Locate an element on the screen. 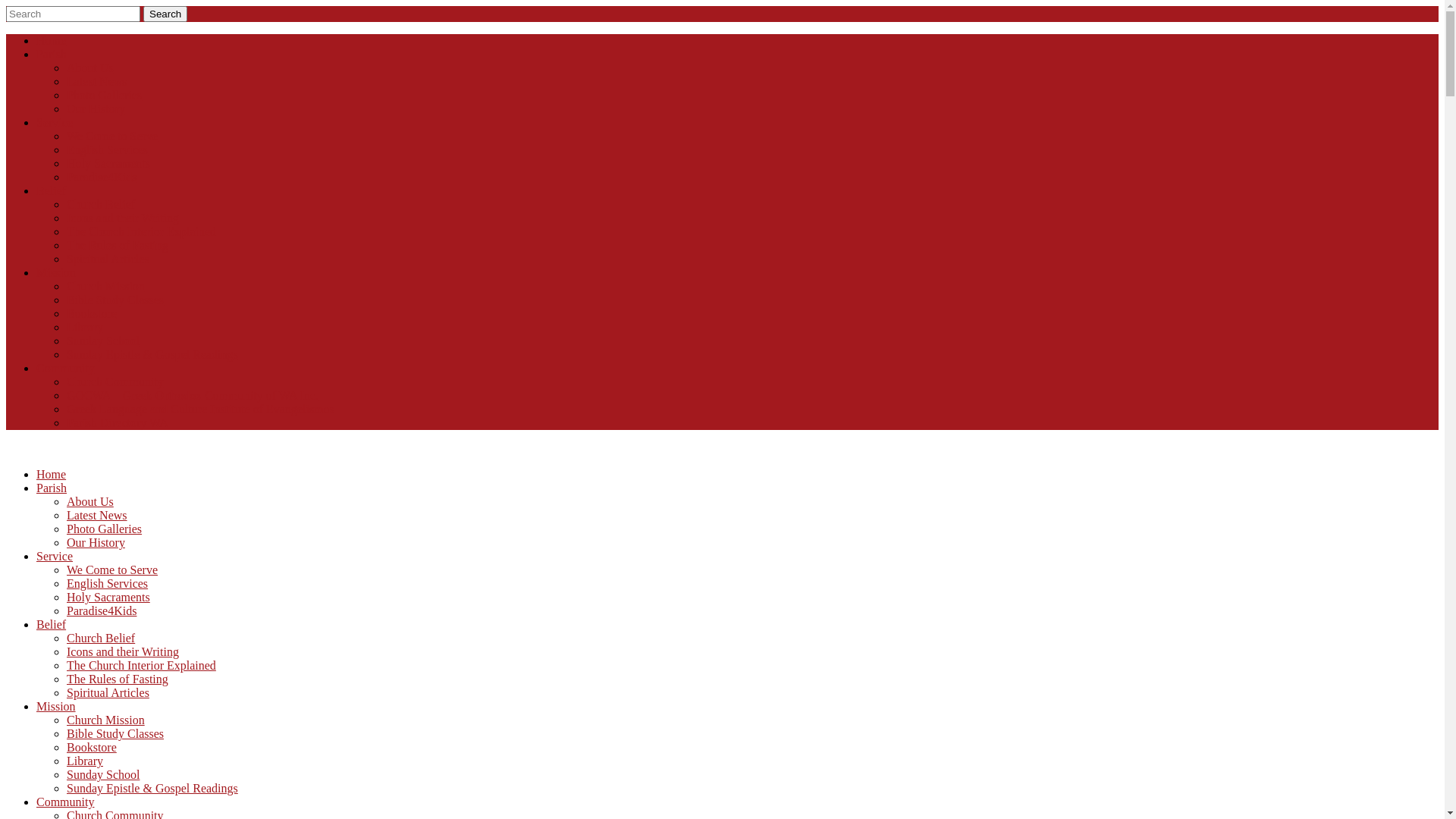 Image resolution: width=1456 pixels, height=819 pixels. 'Sunday Epistle & Gospel Readings' is located at coordinates (152, 787).